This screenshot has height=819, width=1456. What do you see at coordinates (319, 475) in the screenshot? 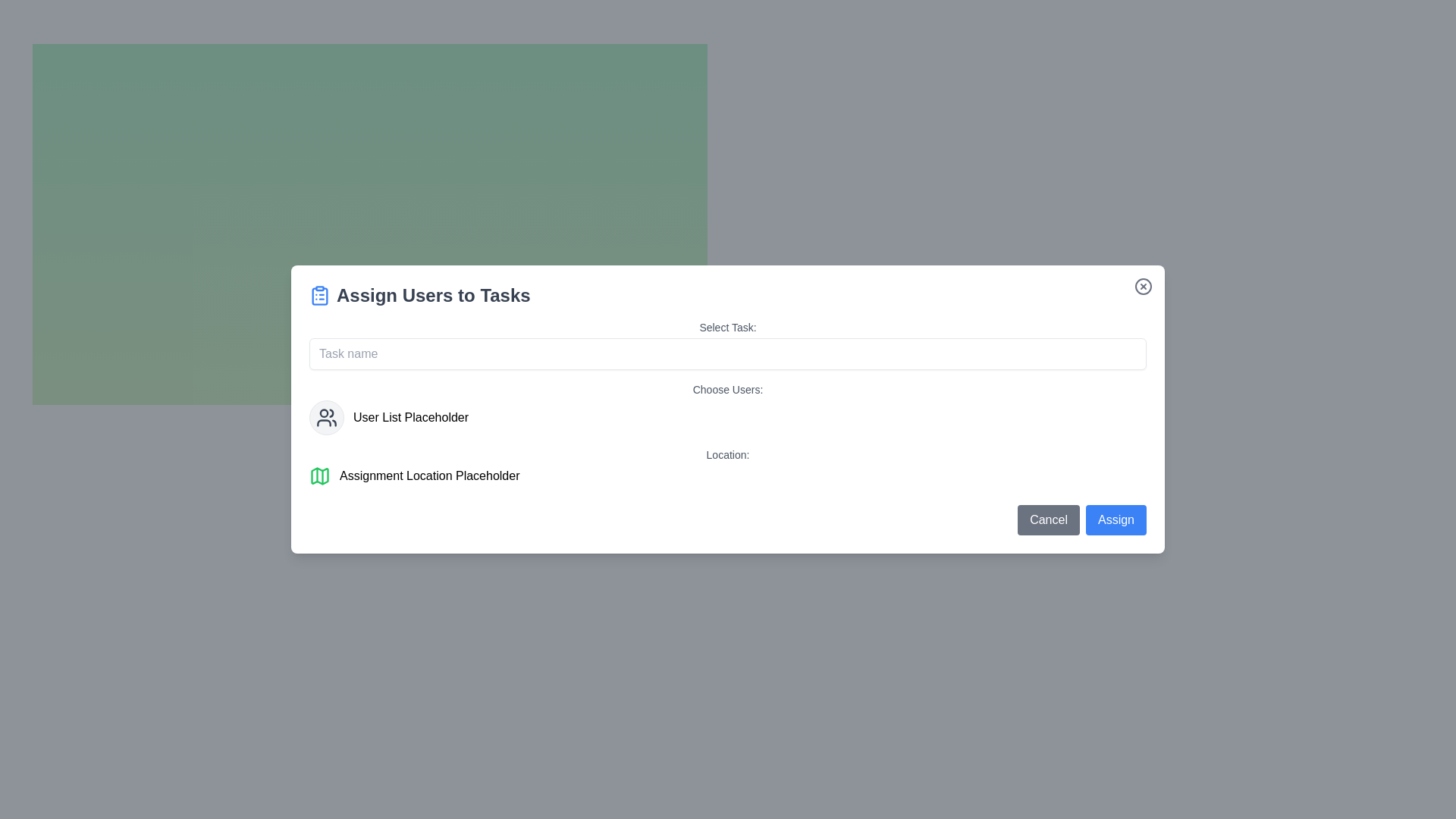
I see `the green map icon styled as an SVG graphic in the 'Assign Users to Tasks' dialog, which is paired with the label 'Assignment Location Placeholder.'` at bounding box center [319, 475].